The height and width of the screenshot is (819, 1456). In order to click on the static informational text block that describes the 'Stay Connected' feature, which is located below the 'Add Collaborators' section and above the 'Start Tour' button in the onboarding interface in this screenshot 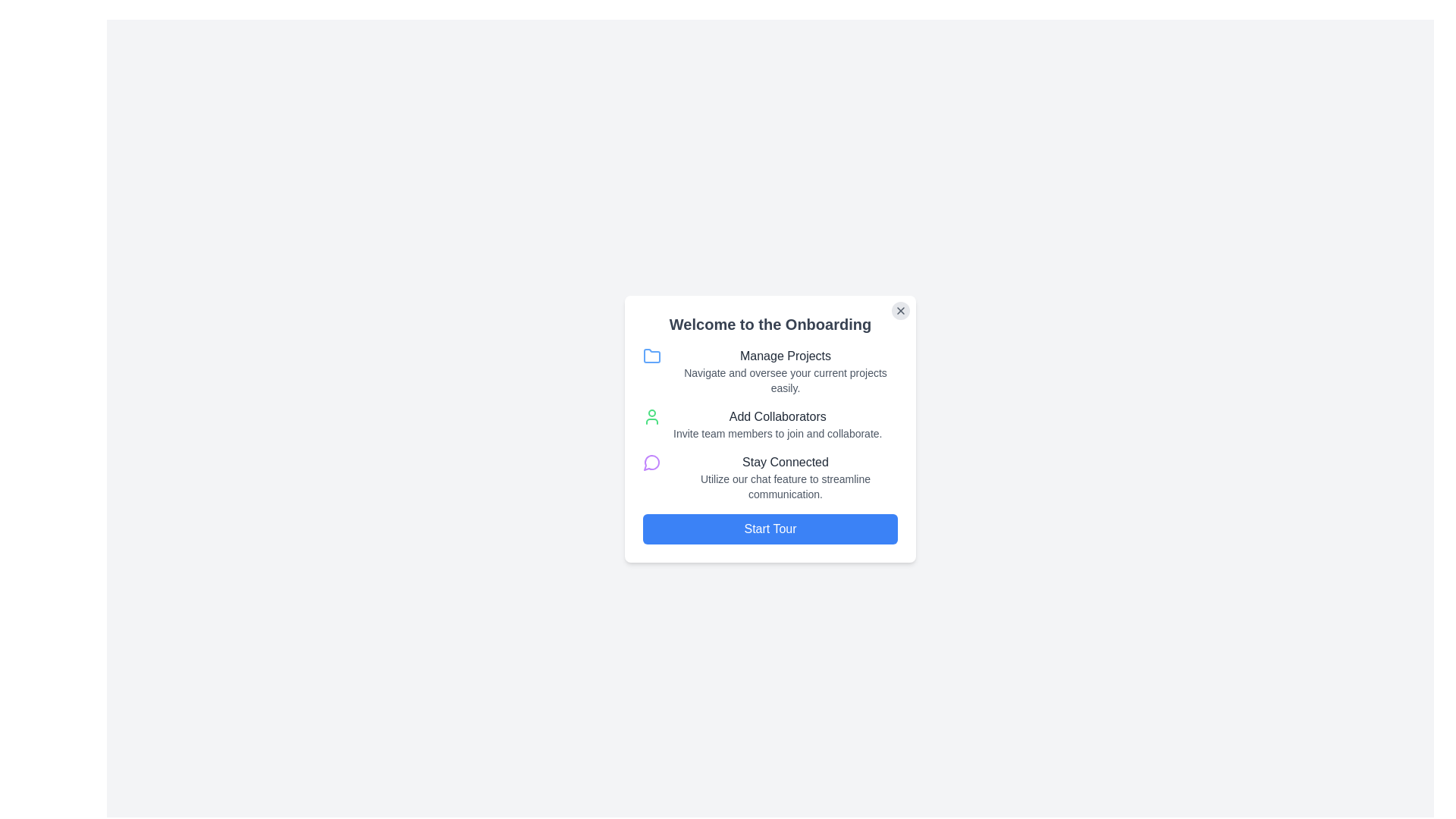, I will do `click(786, 476)`.